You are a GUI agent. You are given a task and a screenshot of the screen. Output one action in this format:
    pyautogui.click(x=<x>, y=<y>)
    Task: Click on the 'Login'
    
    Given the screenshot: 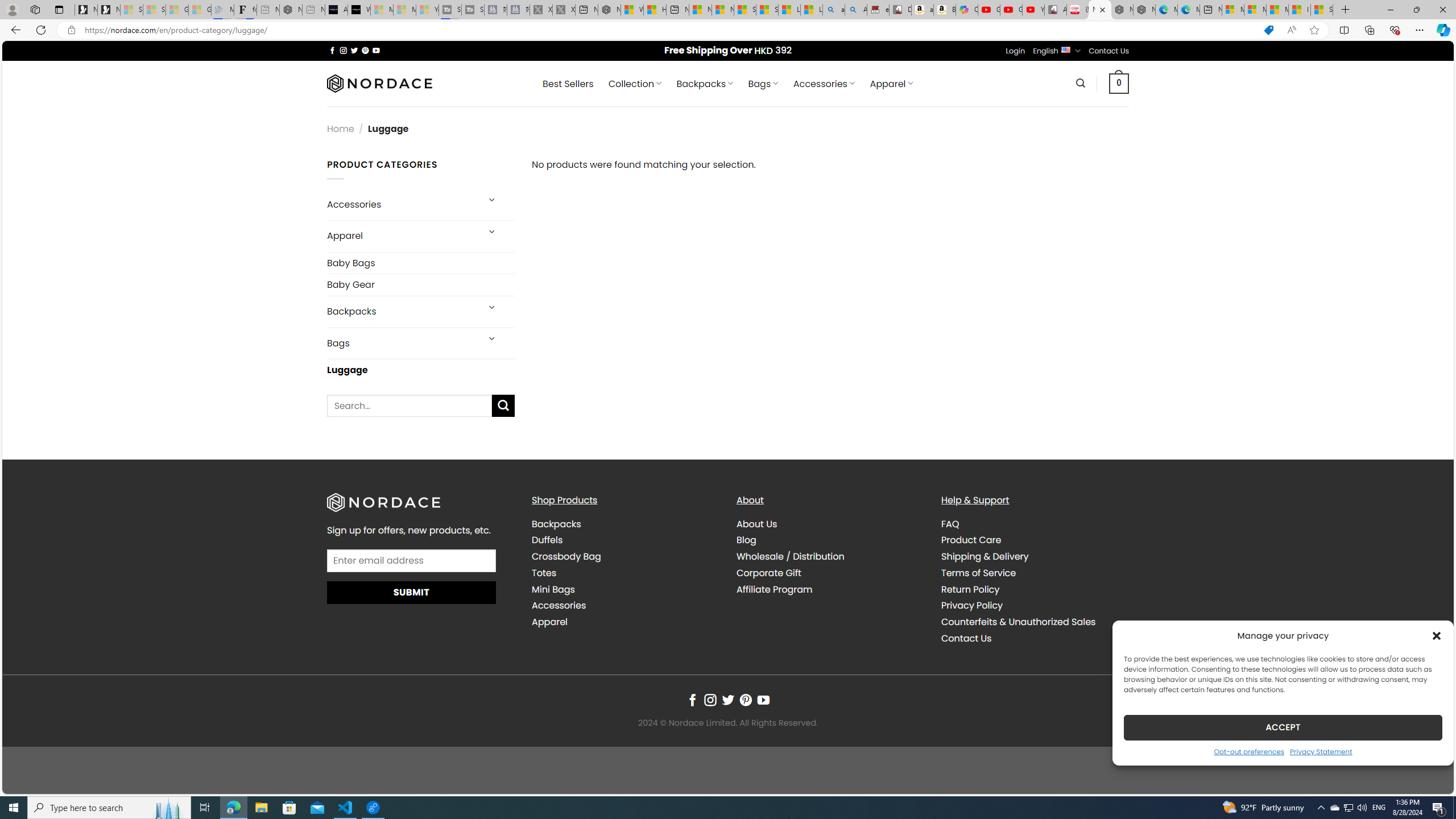 What is the action you would take?
    pyautogui.click(x=1015, y=51)
    